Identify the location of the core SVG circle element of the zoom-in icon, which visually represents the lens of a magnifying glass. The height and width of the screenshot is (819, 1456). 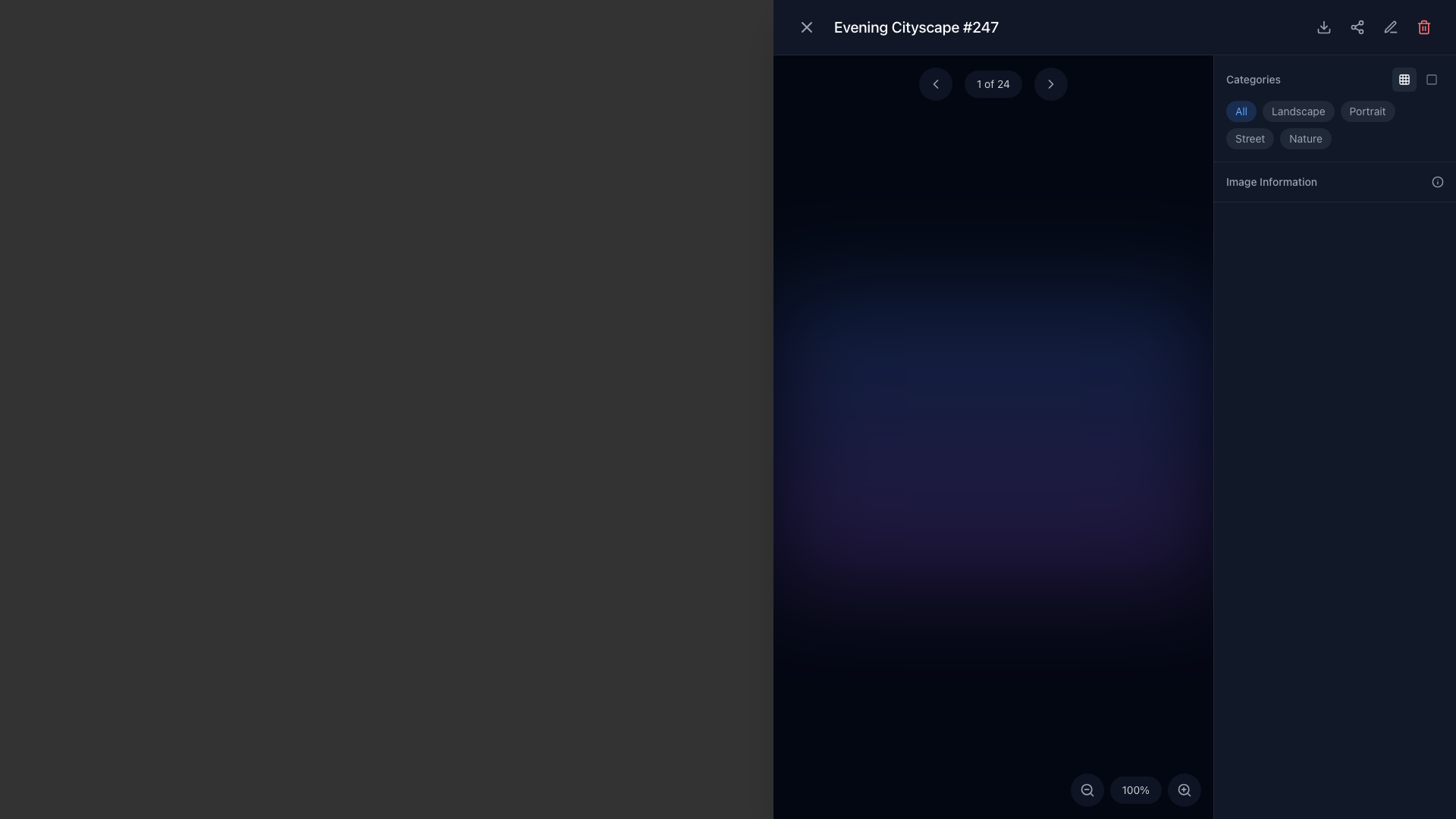
(1183, 789).